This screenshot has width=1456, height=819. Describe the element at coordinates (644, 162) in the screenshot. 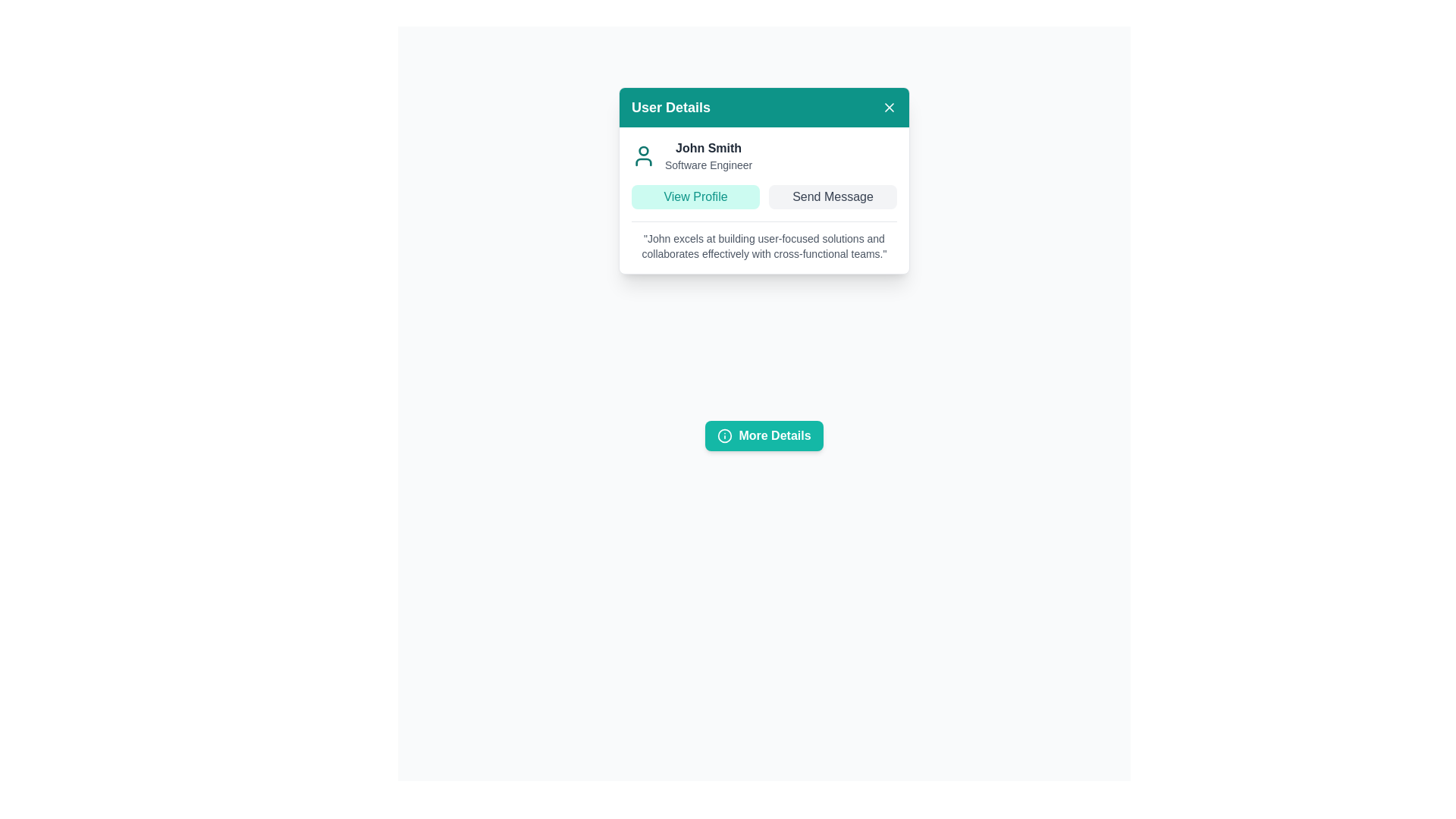

I see `the lower part of the user profile SVG icon, which represents the shoulders of the user figure` at that location.